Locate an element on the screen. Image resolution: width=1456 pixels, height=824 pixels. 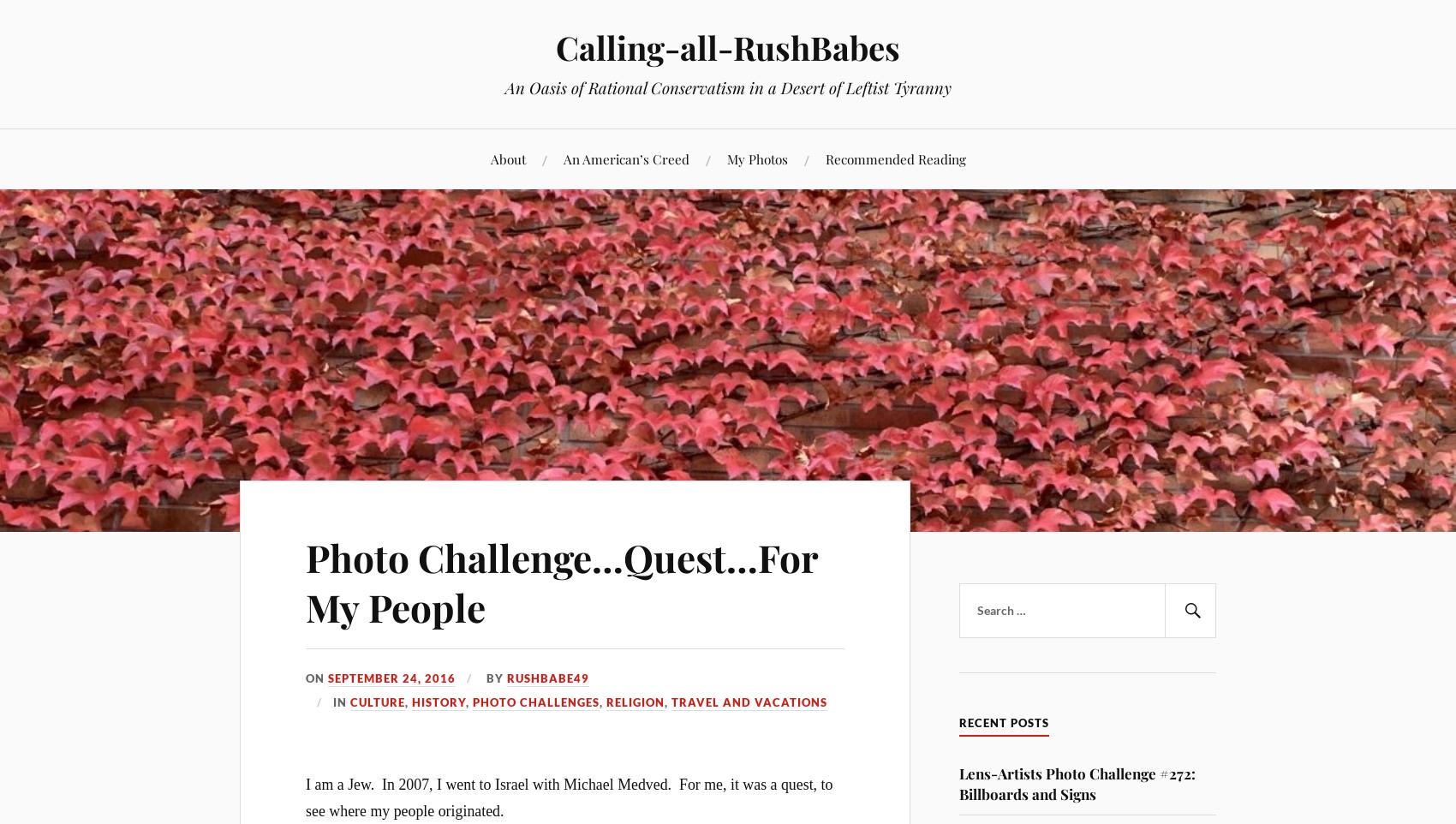
'Recent Posts' is located at coordinates (958, 722).